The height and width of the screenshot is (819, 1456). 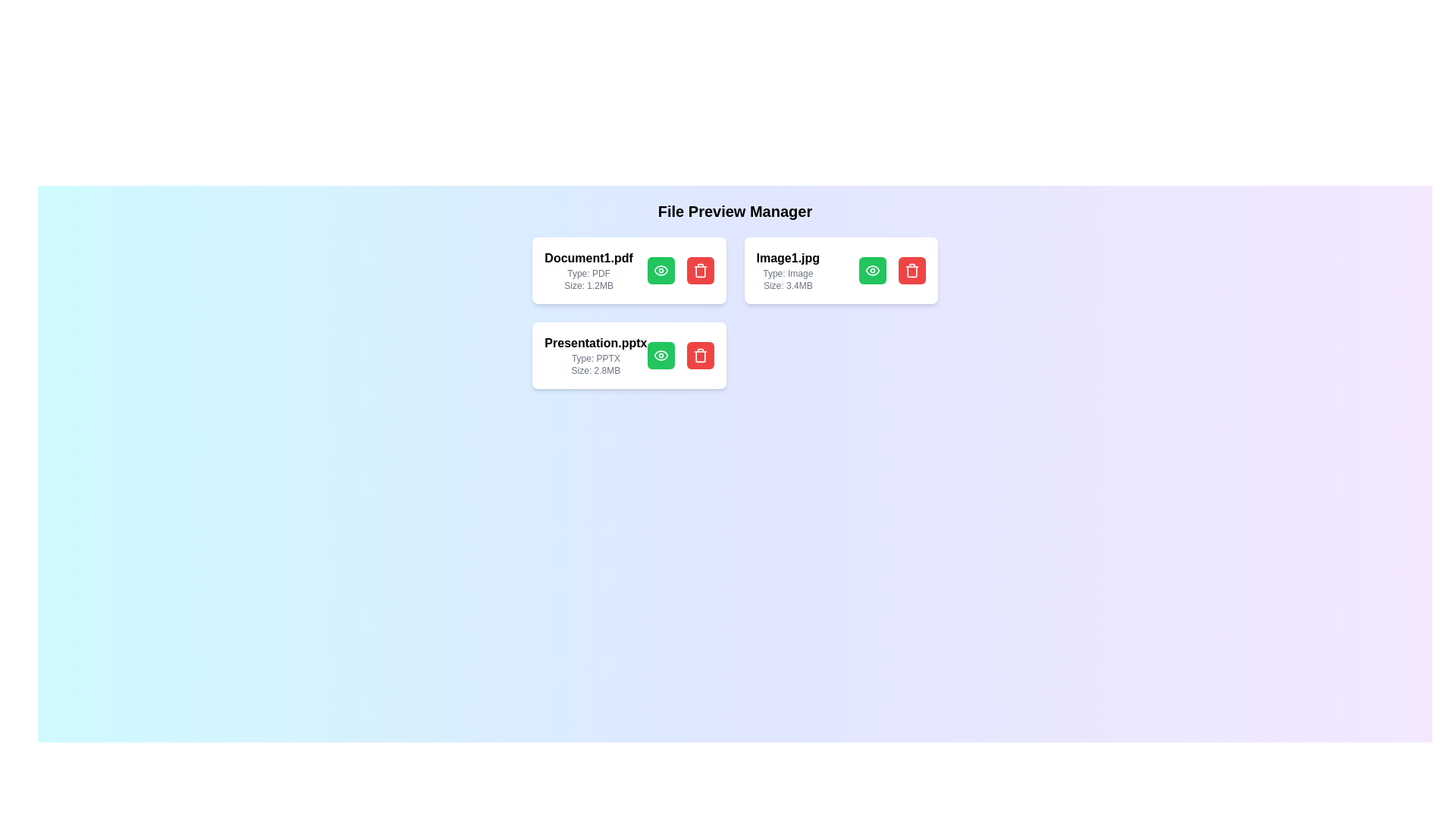 What do you see at coordinates (588, 257) in the screenshot?
I see `text of the label displaying the filename 'Document1.pdf', which is positioned at the top of a file information card in the top-left quadrant of the interface` at bounding box center [588, 257].